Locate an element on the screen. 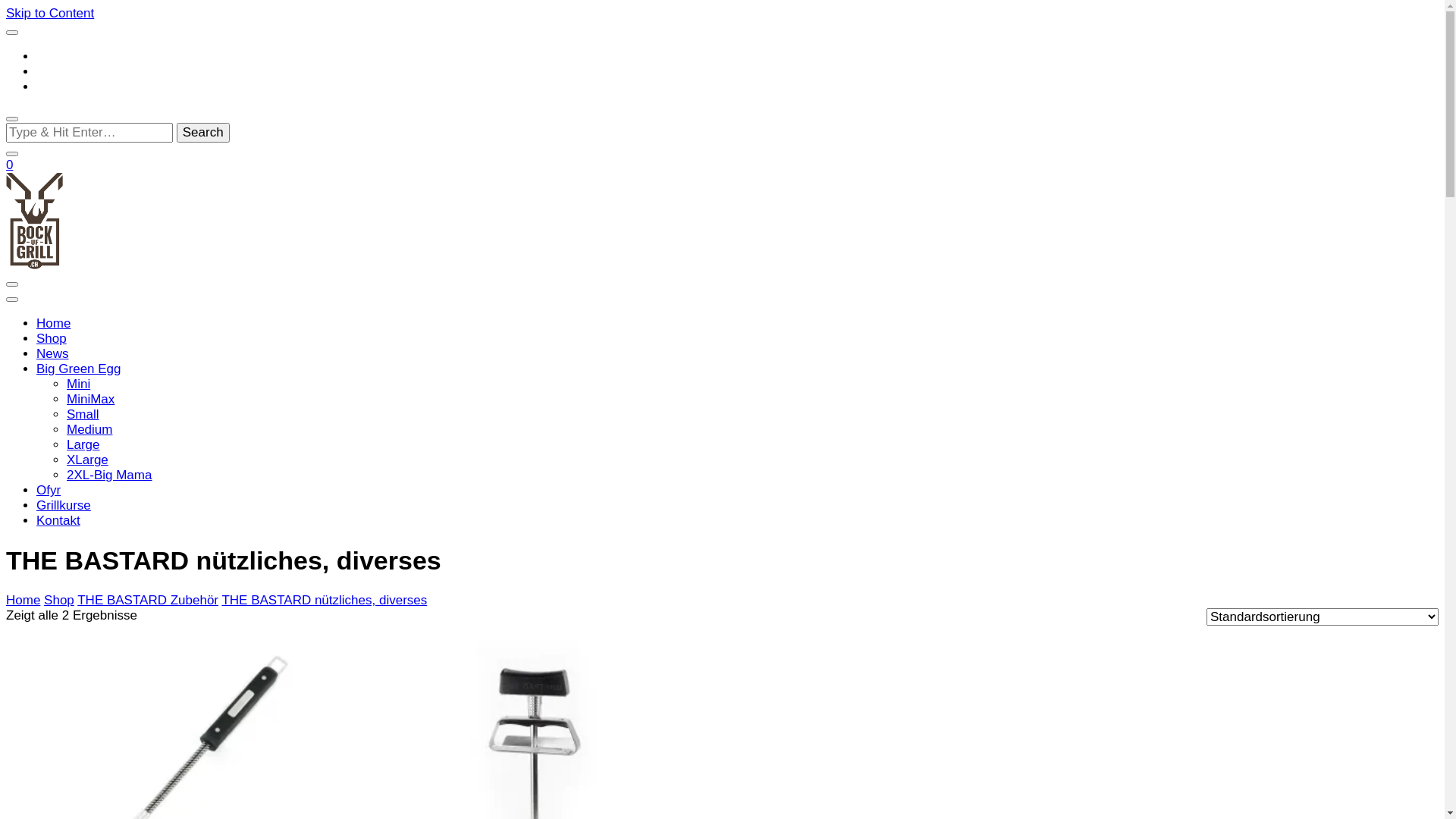 The width and height of the screenshot is (1456, 819). 'Kontakt' is located at coordinates (58, 519).